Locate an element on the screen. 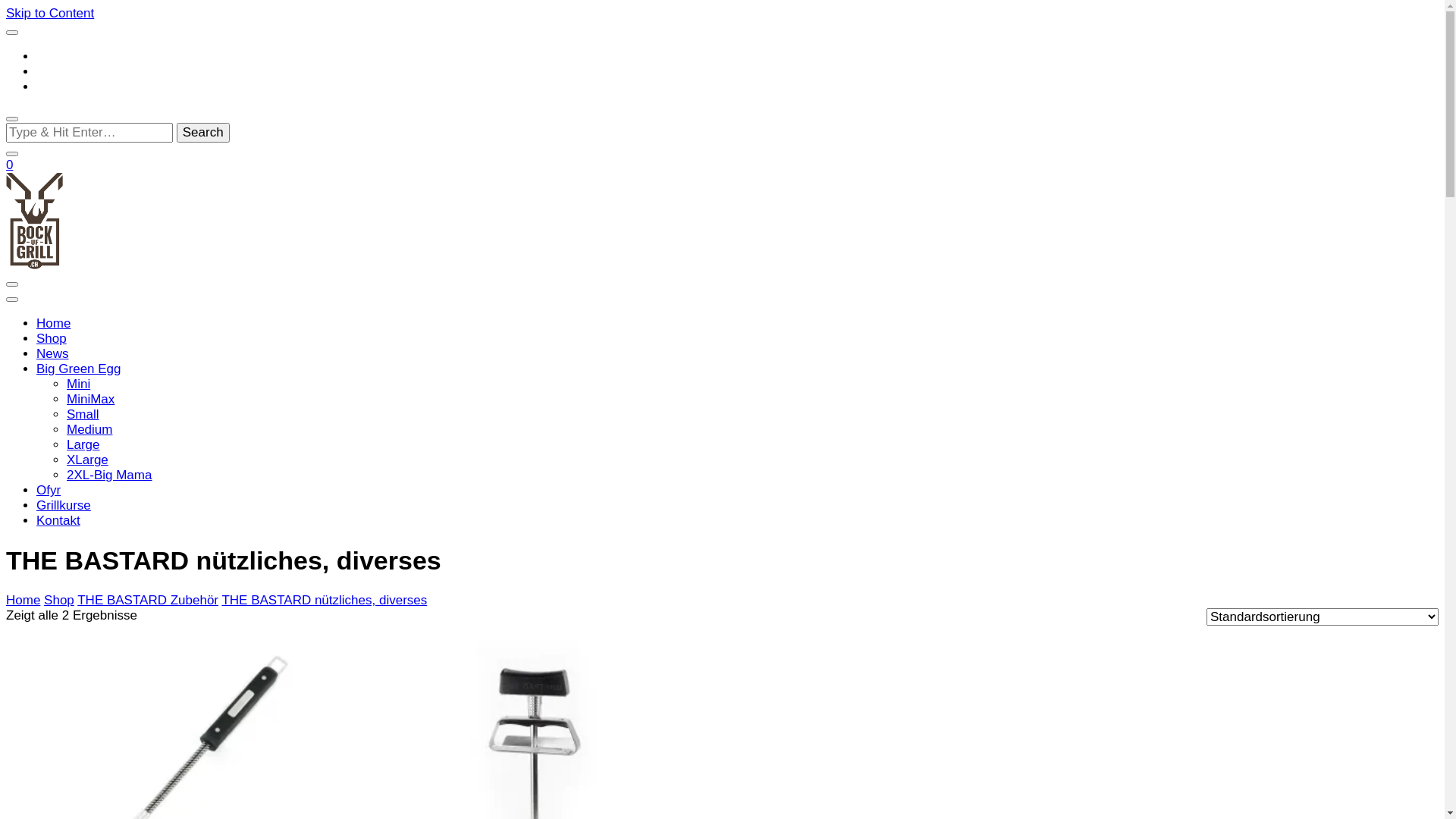 The width and height of the screenshot is (1456, 819). 'Kontakt' is located at coordinates (58, 519).